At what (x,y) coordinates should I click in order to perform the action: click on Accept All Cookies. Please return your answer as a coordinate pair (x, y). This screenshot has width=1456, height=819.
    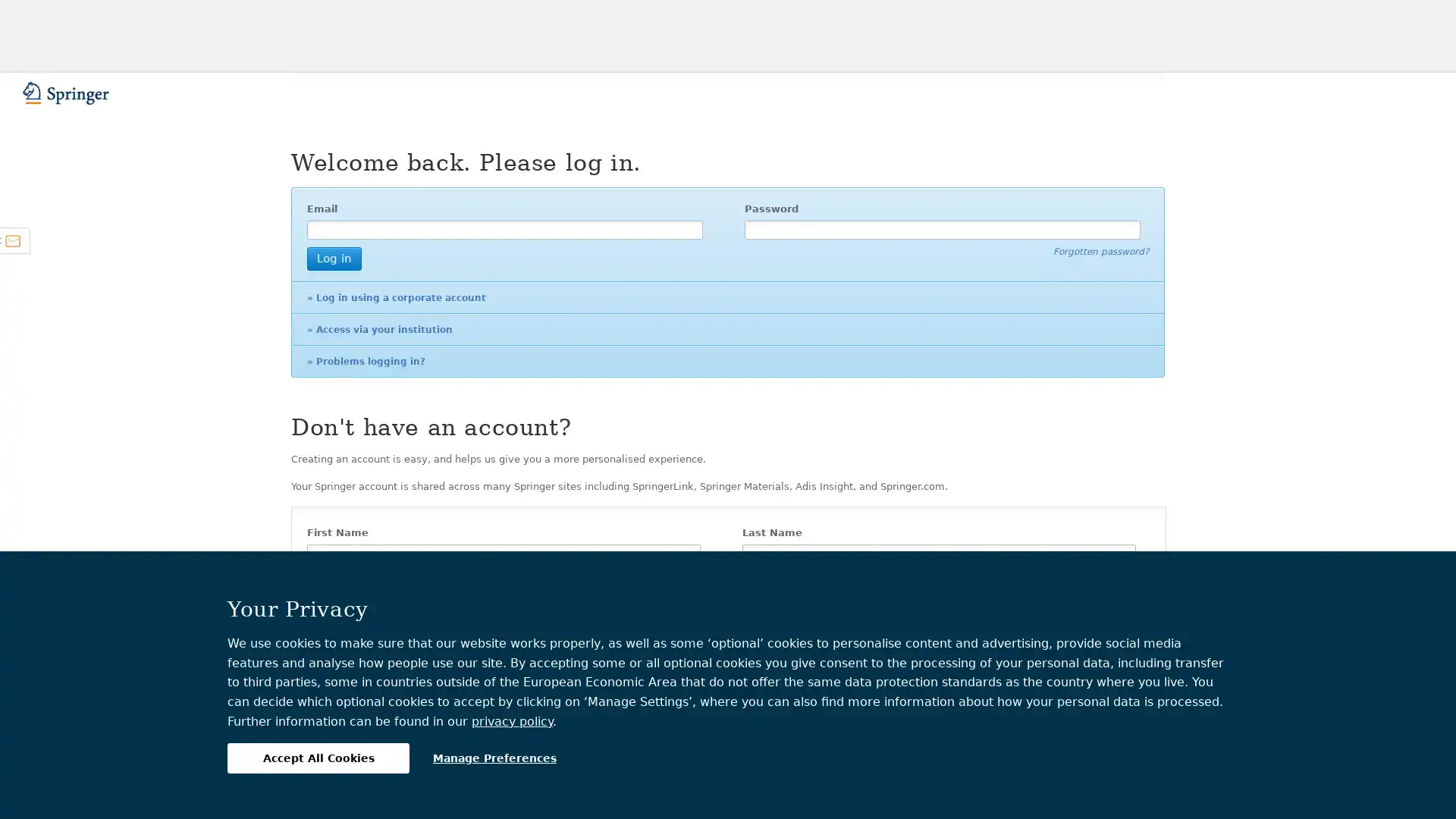
    Looking at the image, I should click on (318, 758).